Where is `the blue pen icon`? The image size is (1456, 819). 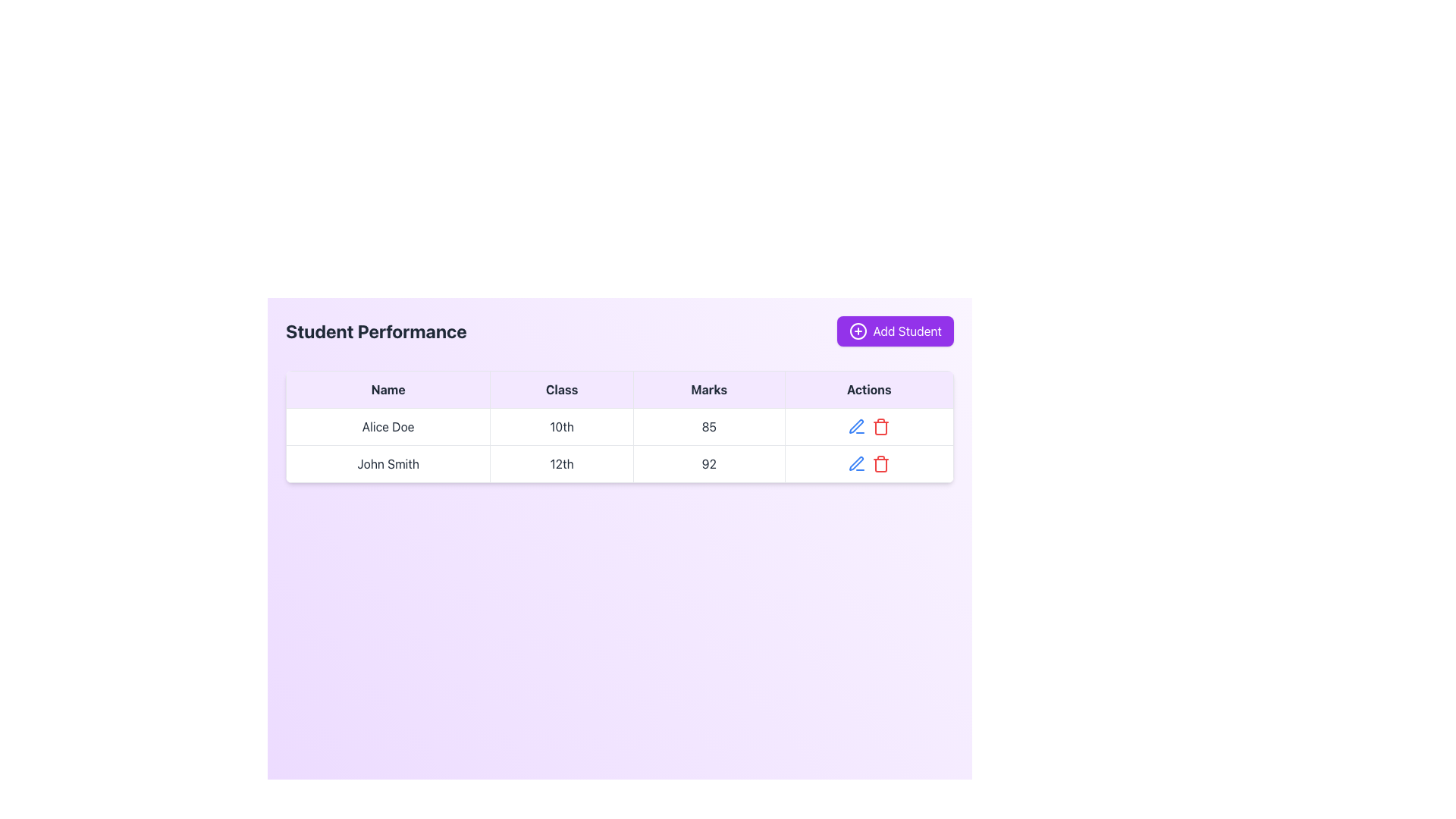
the blue pen icon is located at coordinates (869, 427).